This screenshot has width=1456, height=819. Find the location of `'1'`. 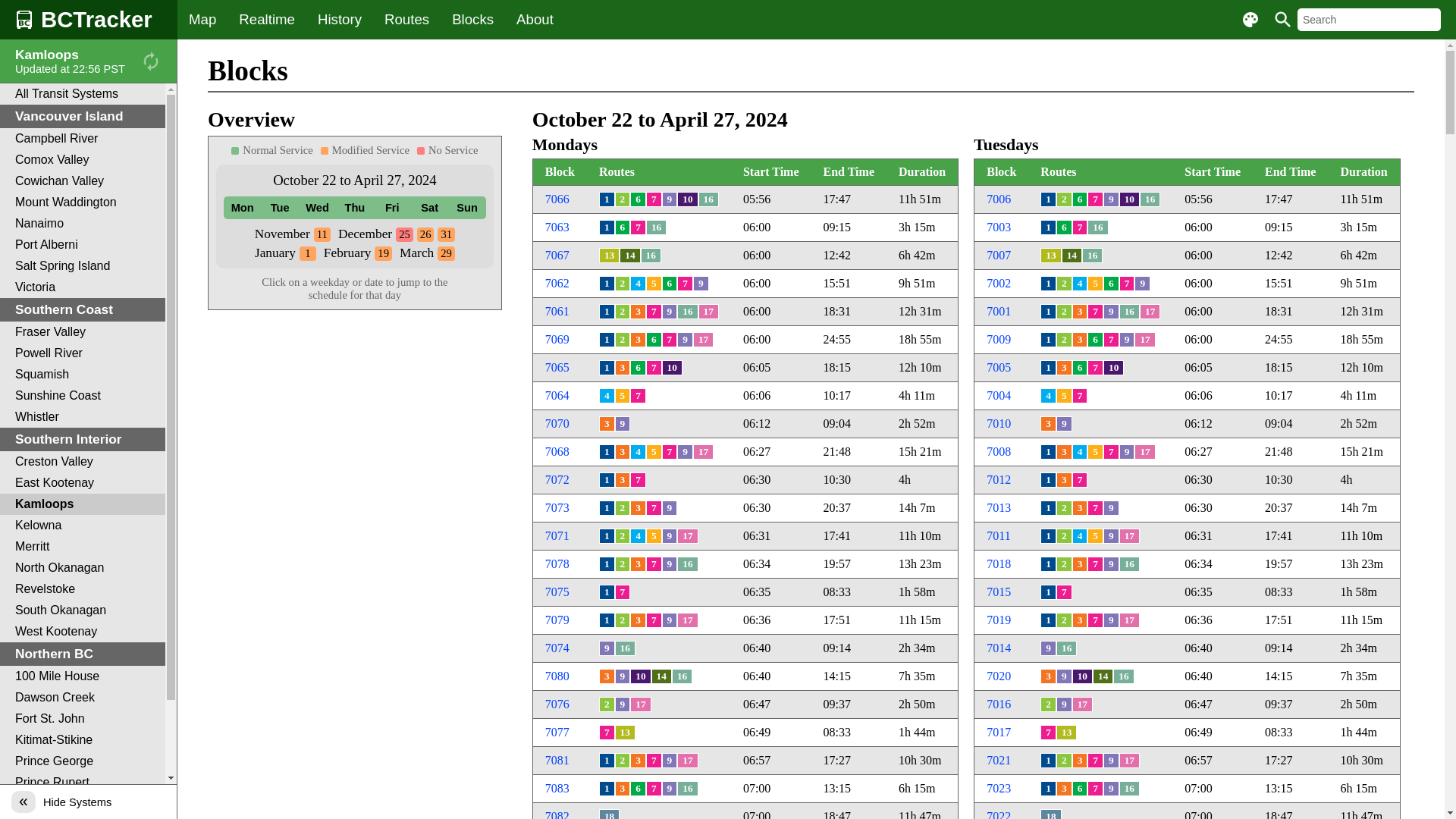

'1' is located at coordinates (1047, 311).